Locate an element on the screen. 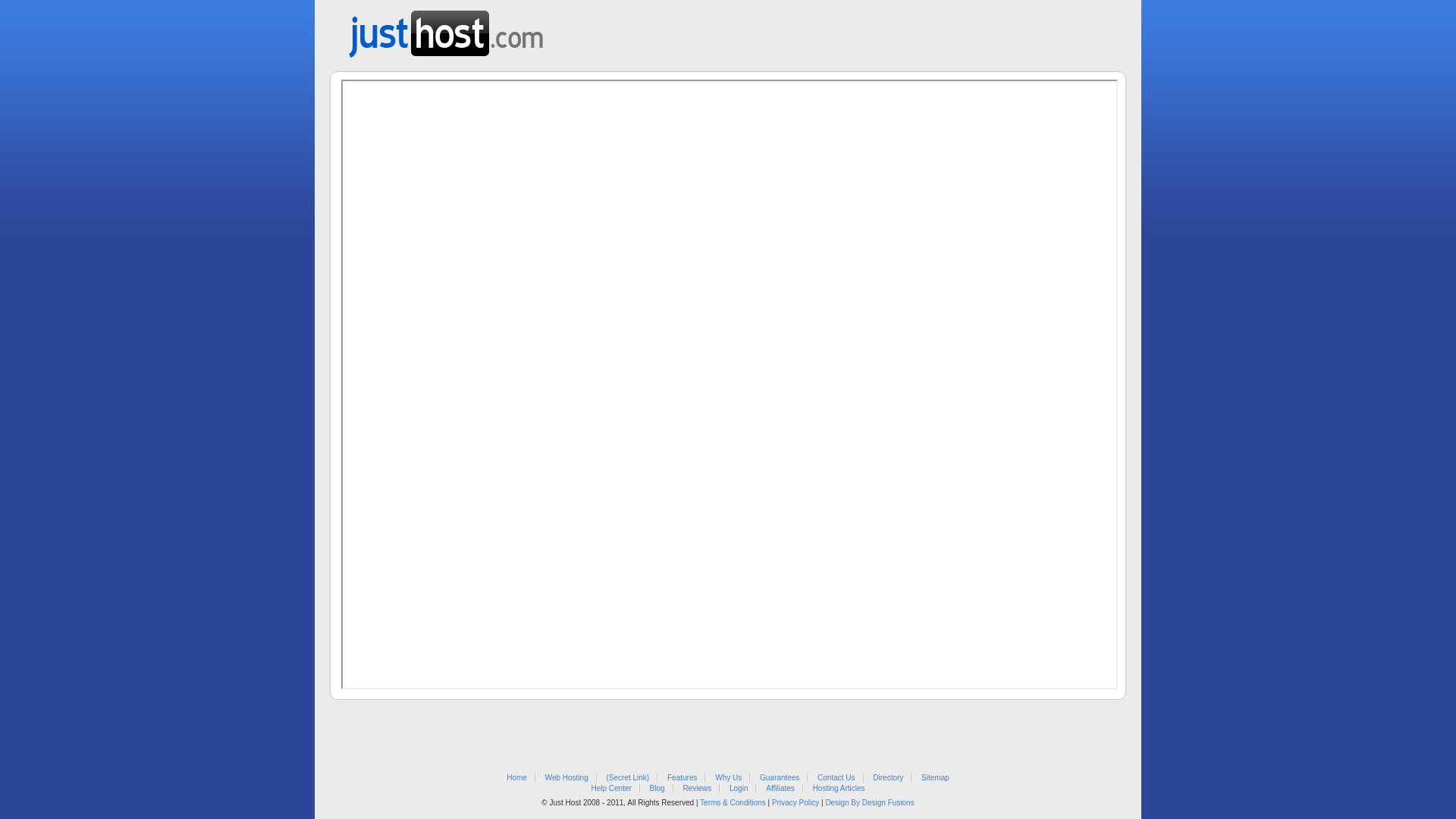 Image resolution: width=1456 pixels, height=819 pixels. 'Guarantees' is located at coordinates (760, 777).